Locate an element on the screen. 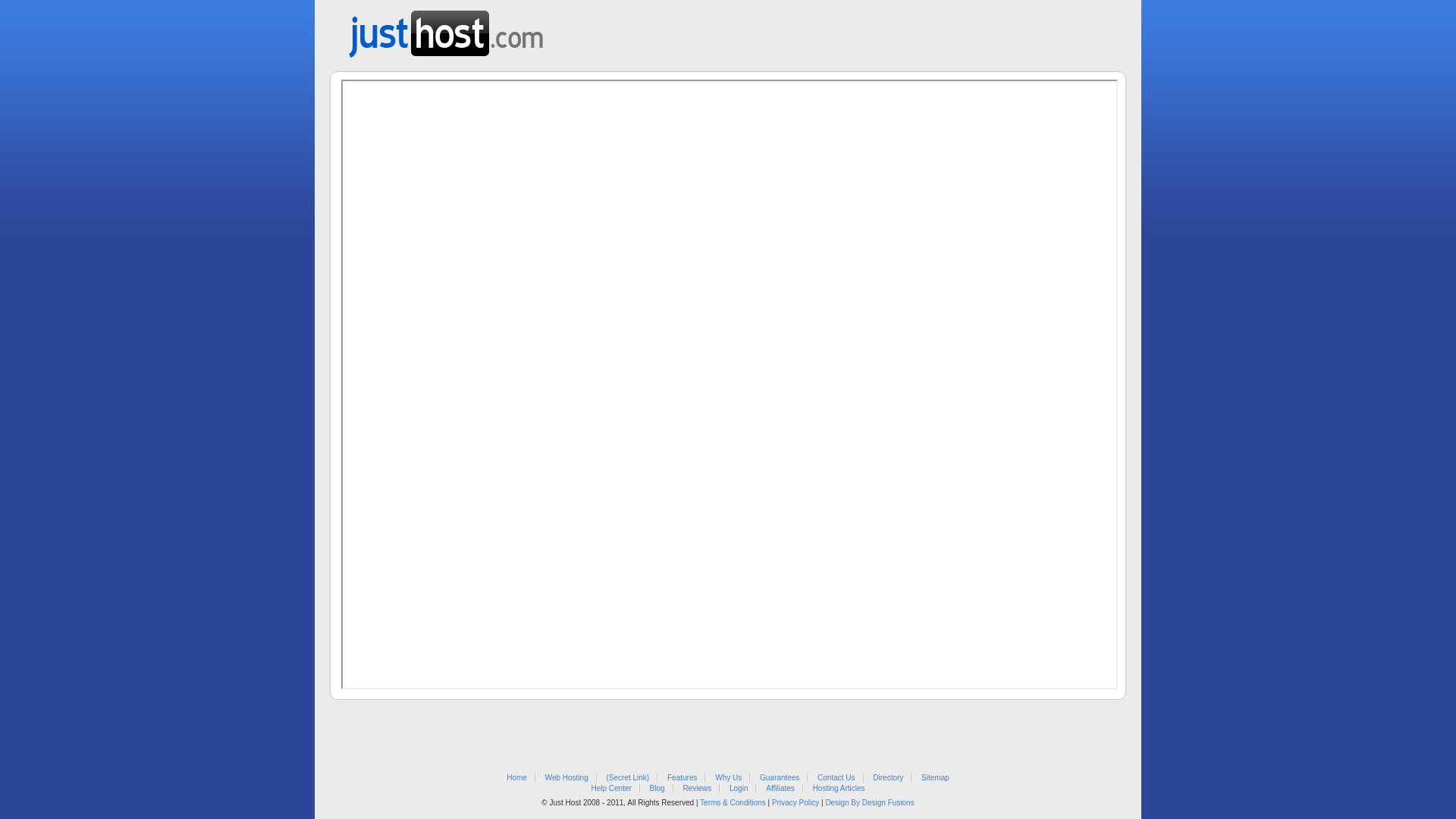 Image resolution: width=1456 pixels, height=819 pixels. 'Guarantees' is located at coordinates (760, 777).